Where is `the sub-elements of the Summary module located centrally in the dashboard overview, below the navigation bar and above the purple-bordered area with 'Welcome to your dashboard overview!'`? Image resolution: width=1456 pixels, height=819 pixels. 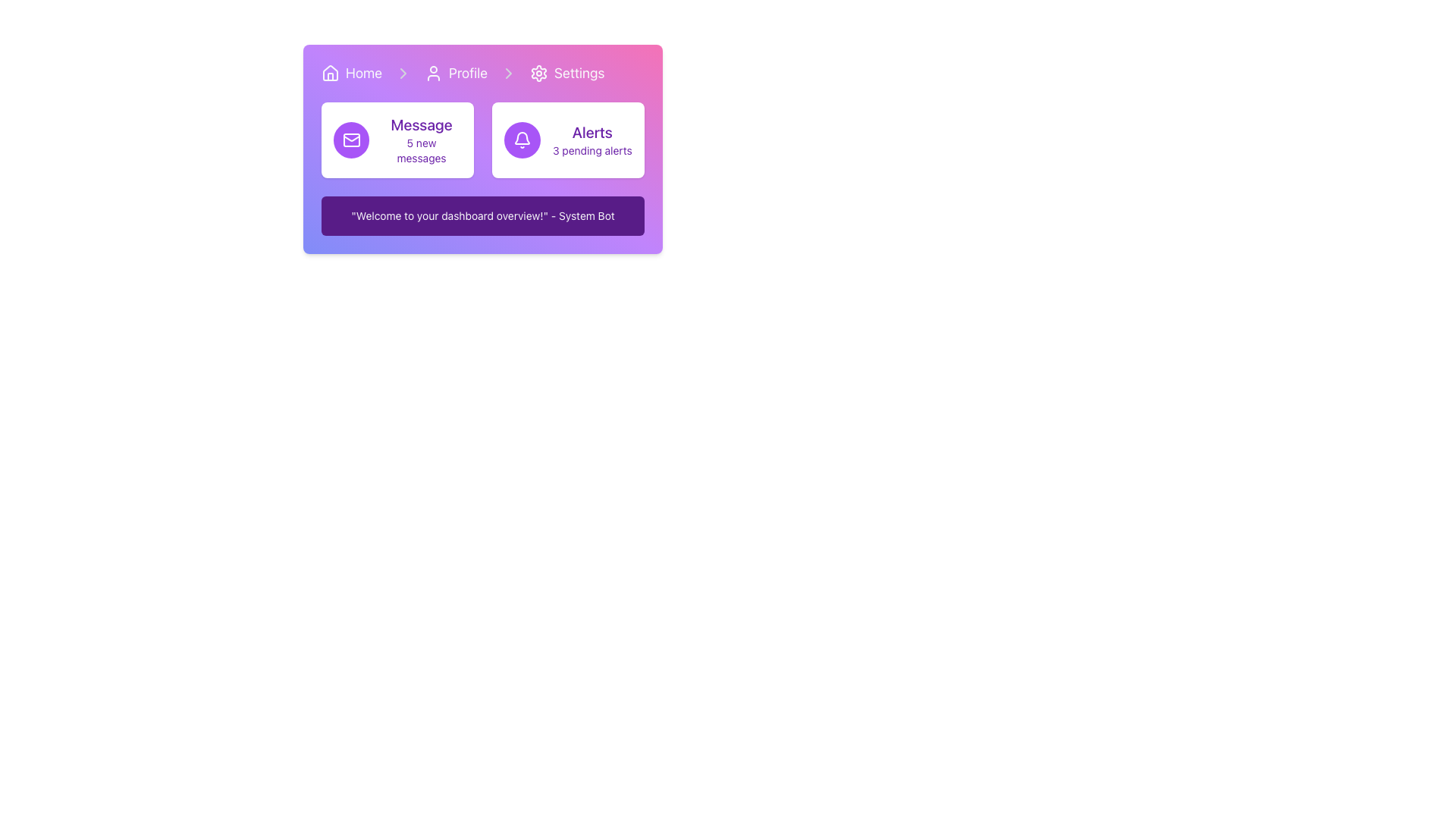
the sub-elements of the Summary module located centrally in the dashboard overview, below the navigation bar and above the purple-bordered area with 'Welcome to your dashboard overview!' is located at coordinates (482, 140).